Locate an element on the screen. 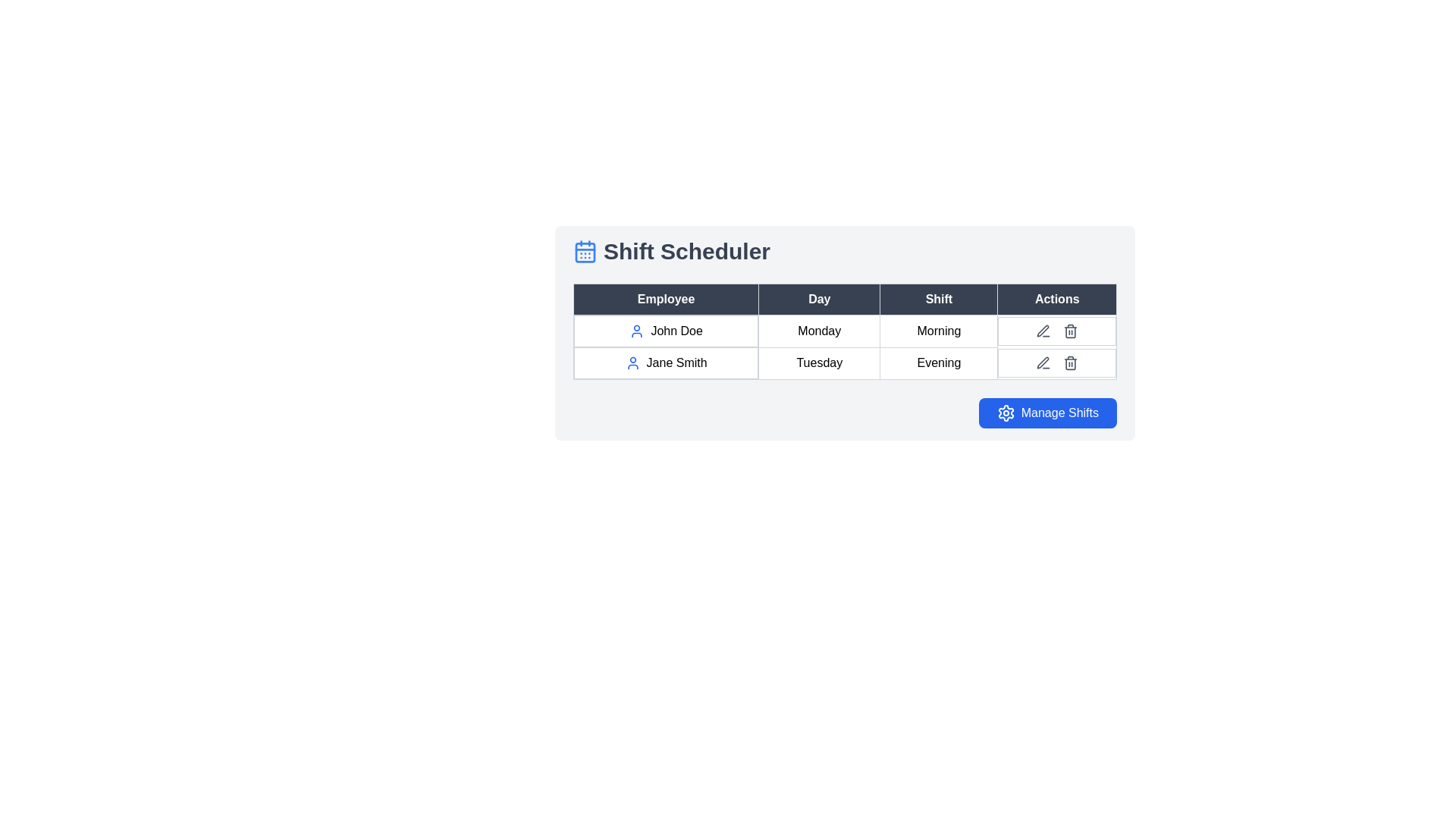 Image resolution: width=1456 pixels, height=819 pixels. the Table Cell displaying the name 'Jane Smith', which identifies an employee in the scheduler is located at coordinates (666, 362).